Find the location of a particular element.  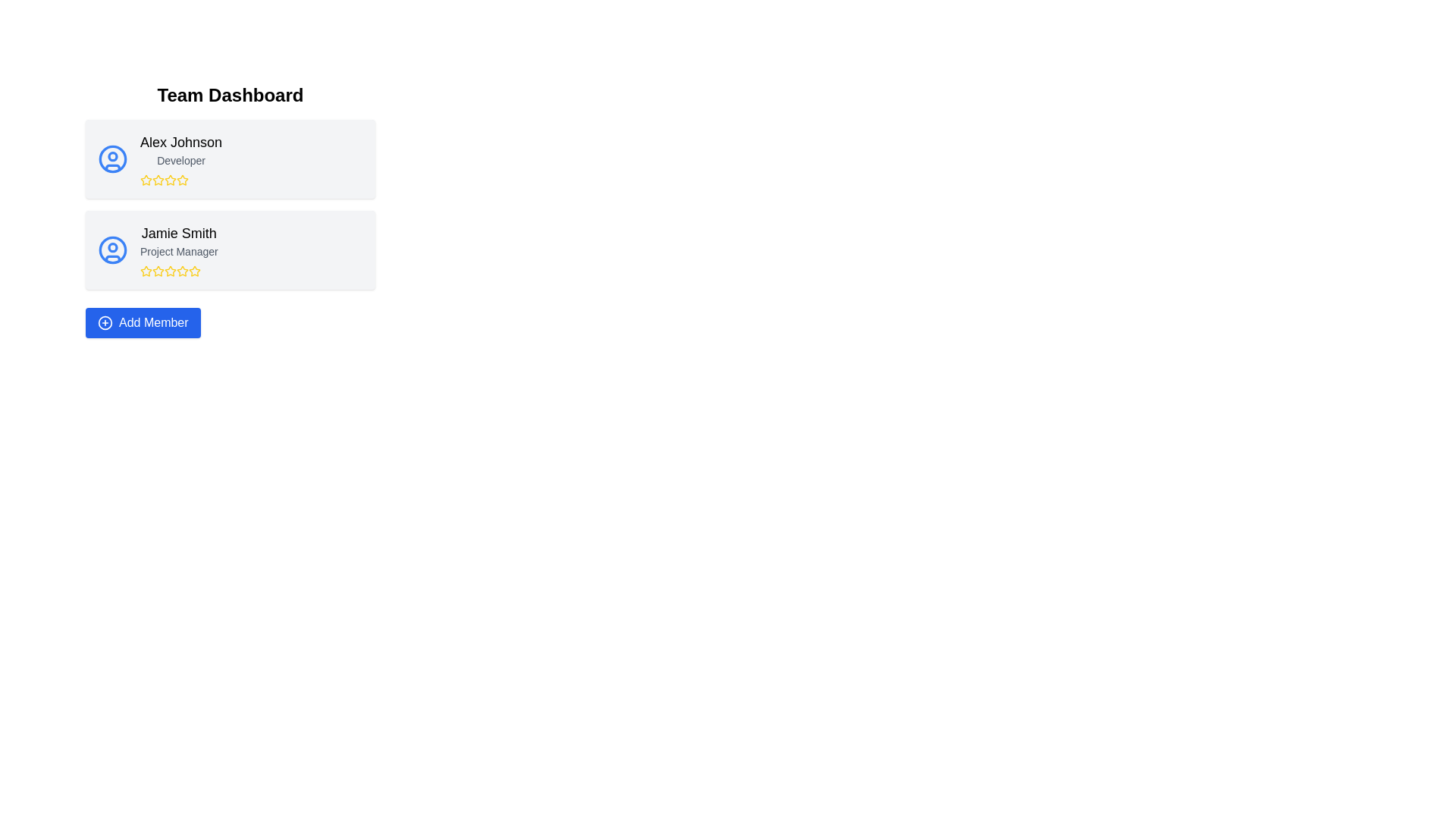

the text display showing user information, located in the first card of the vertical list is located at coordinates (181, 158).